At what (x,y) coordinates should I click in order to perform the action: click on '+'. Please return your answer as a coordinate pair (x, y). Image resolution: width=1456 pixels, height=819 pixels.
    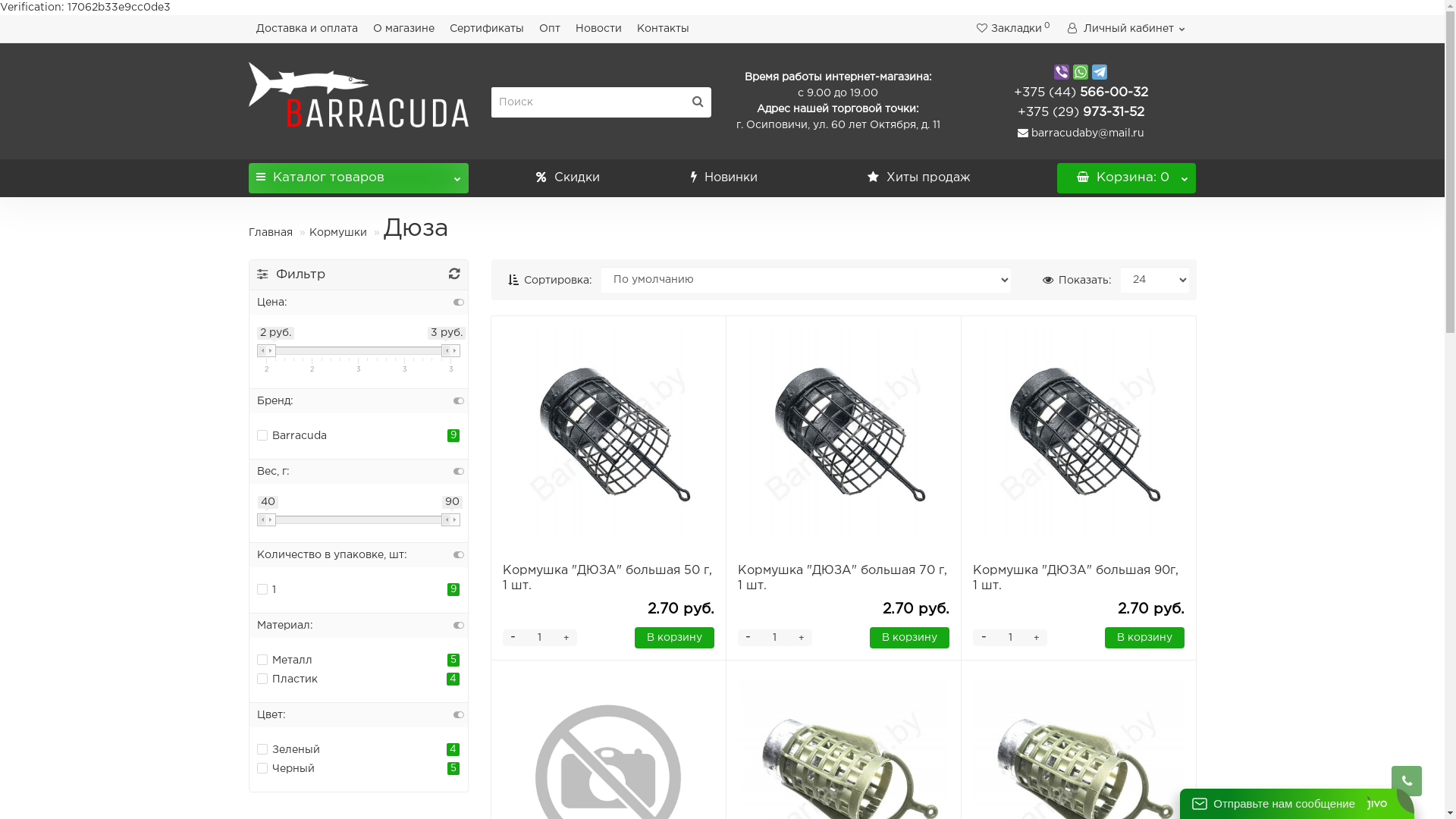
    Looking at the image, I should click on (566, 637).